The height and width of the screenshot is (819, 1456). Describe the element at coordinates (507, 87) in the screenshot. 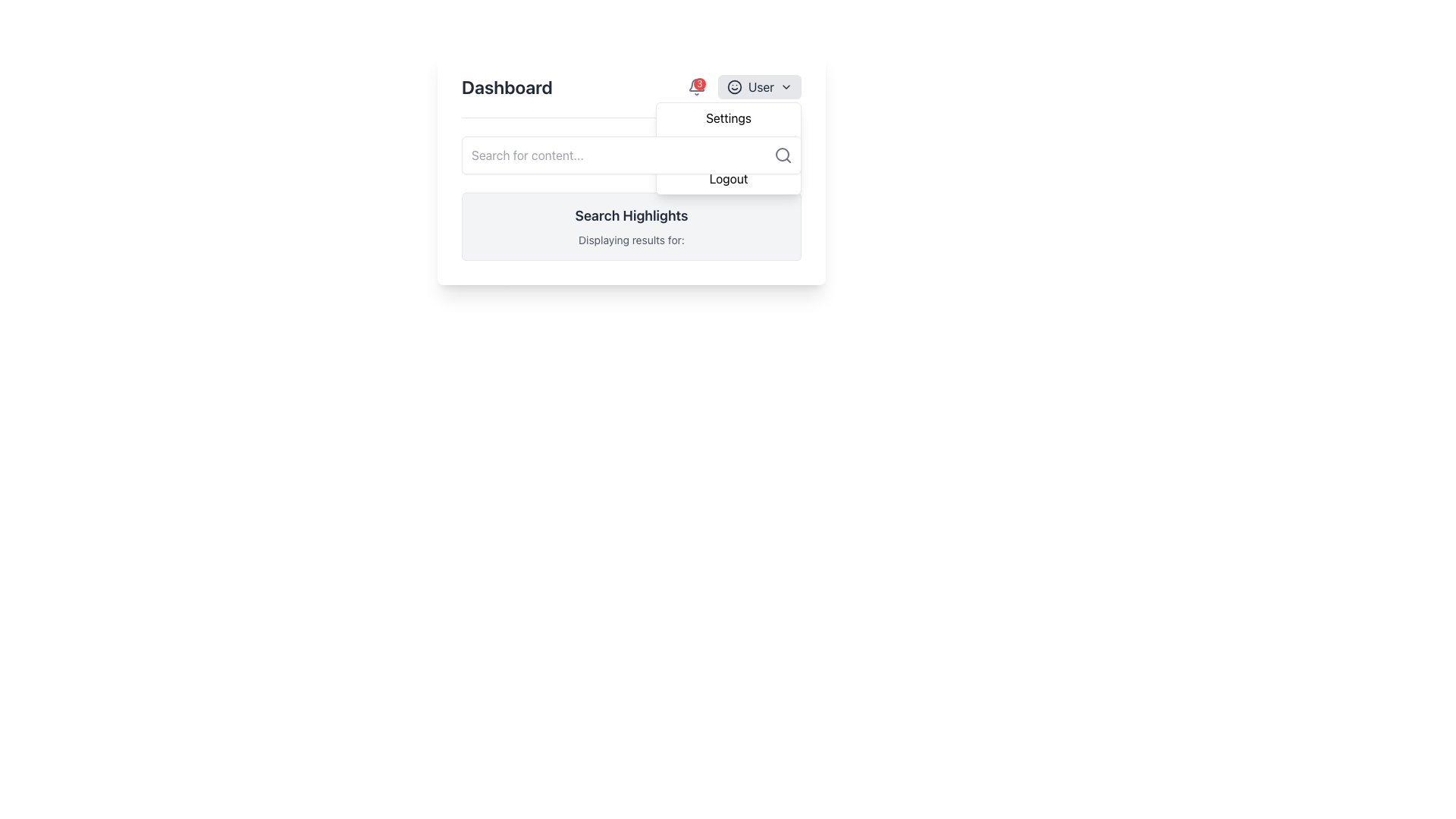

I see `text contained in the 'Dashboard' Text Label located in the top-left section of the header component` at that location.